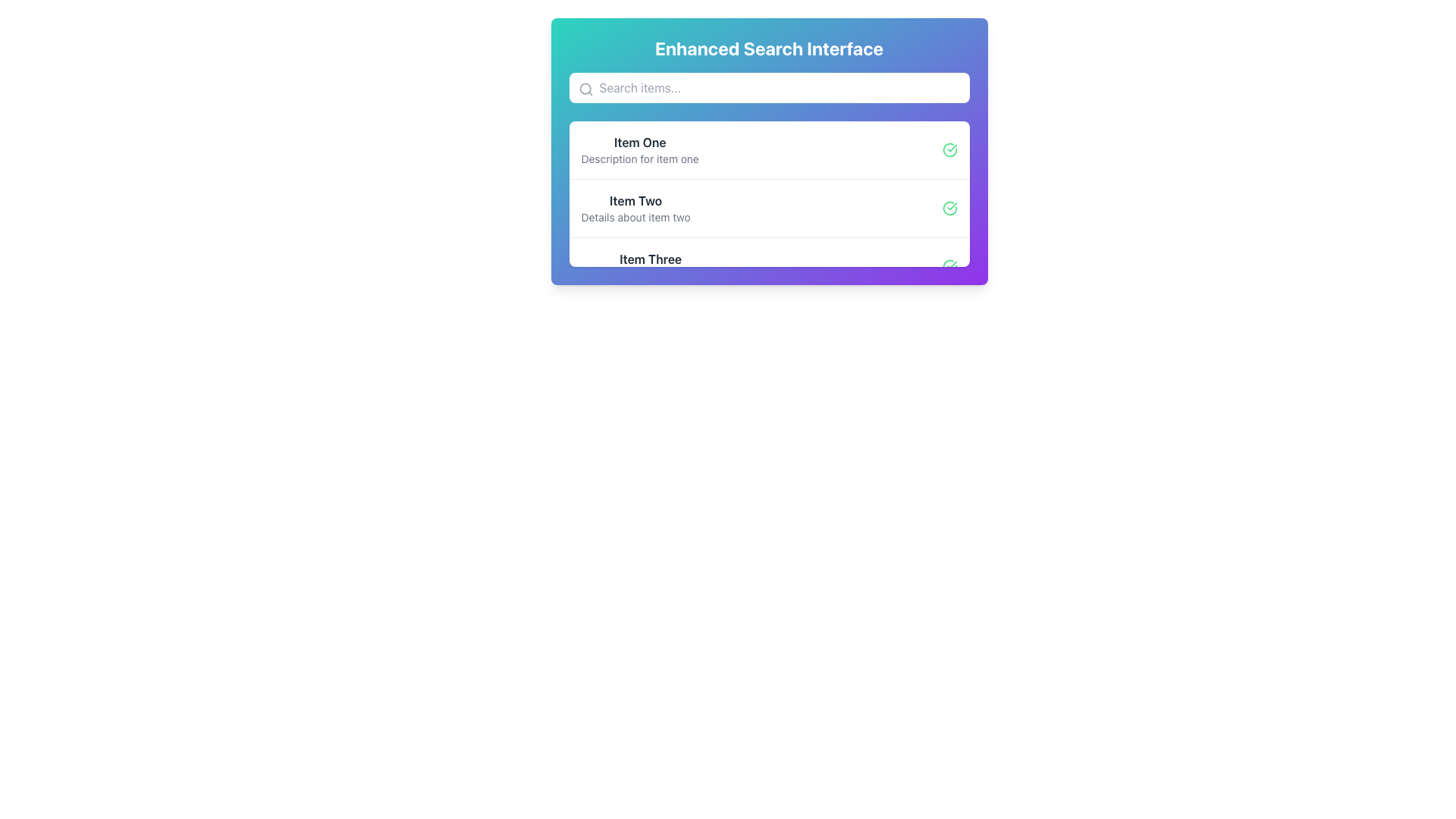 The height and width of the screenshot is (819, 1456). Describe the element at coordinates (584, 89) in the screenshot. I see `circular graphical element within the search icon, which is part of the magnifying glass illustration located to the left of the search input field` at that location.